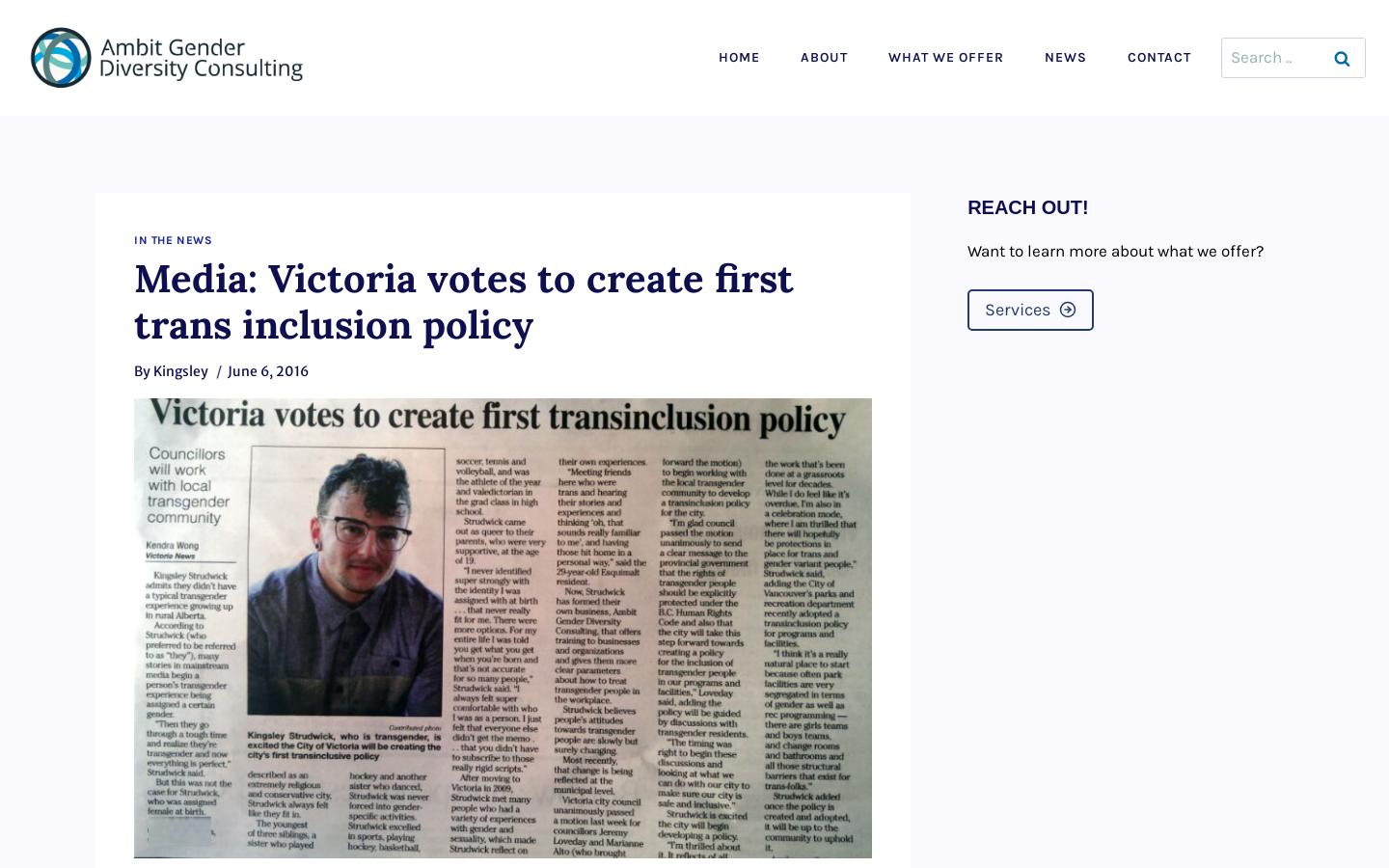 The width and height of the screenshot is (1389, 868). What do you see at coordinates (151, 370) in the screenshot?
I see `'Kingsley'` at bounding box center [151, 370].